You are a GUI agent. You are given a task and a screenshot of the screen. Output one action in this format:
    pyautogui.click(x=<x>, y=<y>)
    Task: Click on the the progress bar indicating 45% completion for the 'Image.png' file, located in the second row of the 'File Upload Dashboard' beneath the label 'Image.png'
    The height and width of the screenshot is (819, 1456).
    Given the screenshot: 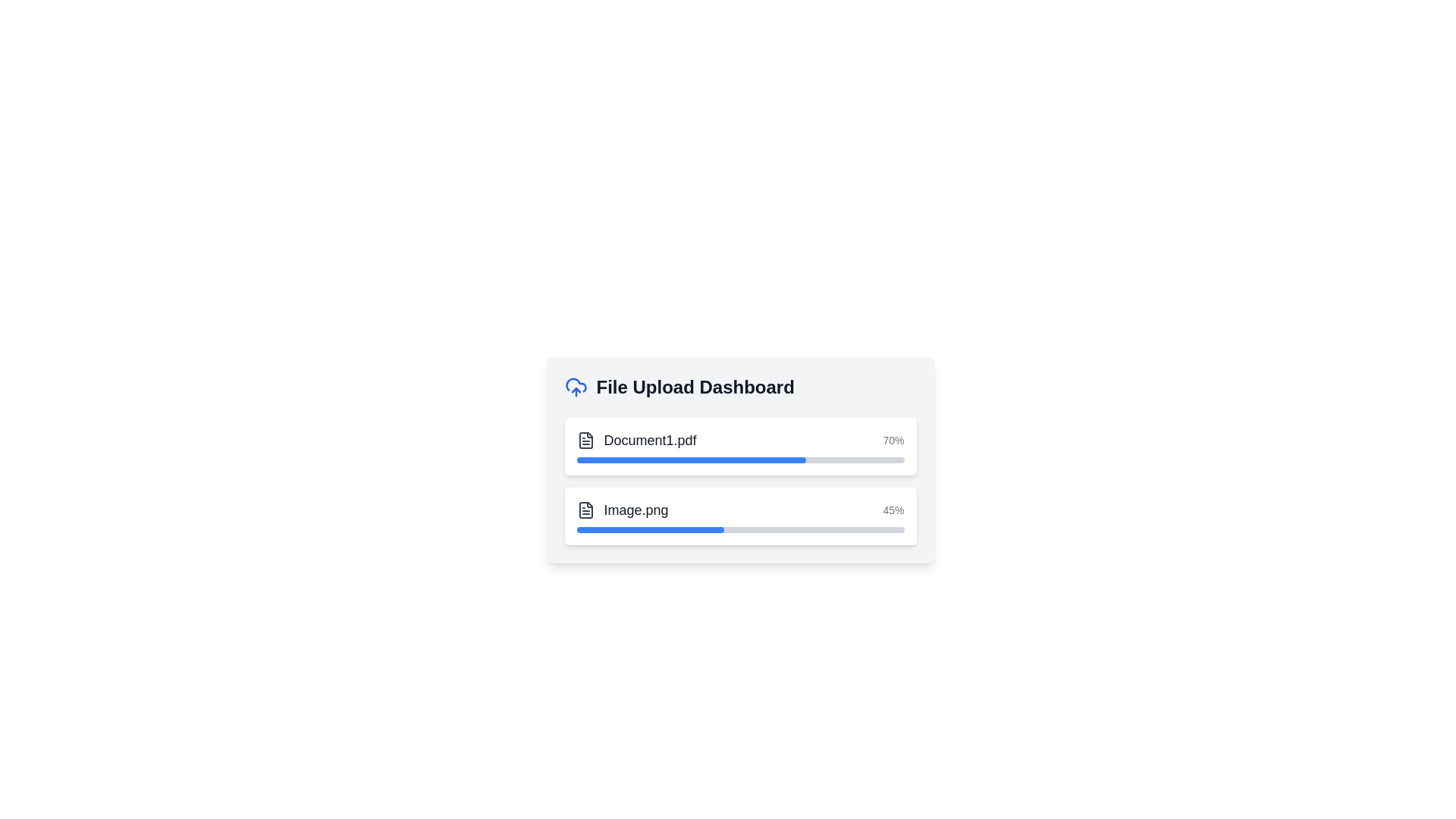 What is the action you would take?
    pyautogui.click(x=740, y=529)
    